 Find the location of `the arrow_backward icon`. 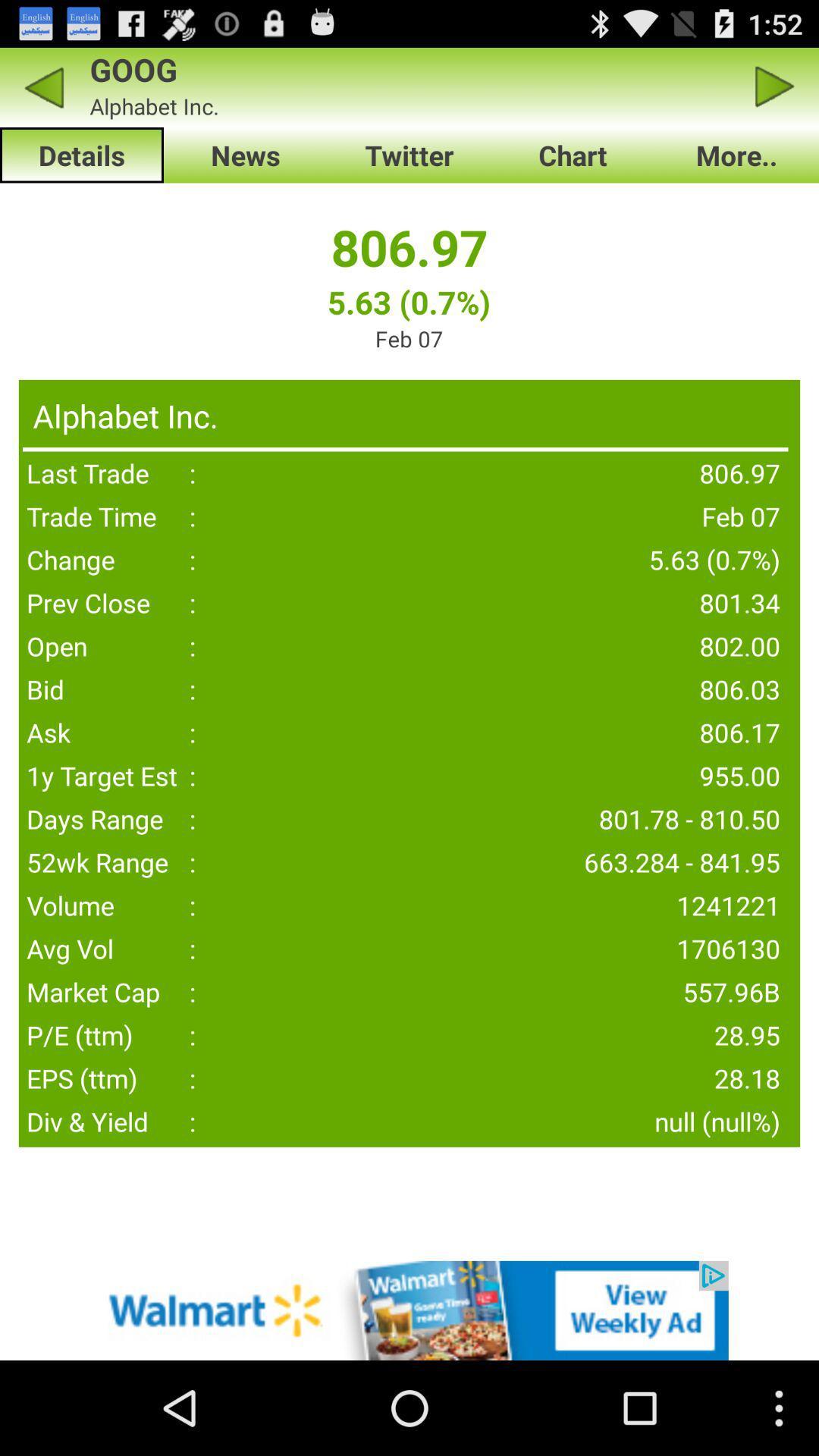

the arrow_backward icon is located at coordinates (42, 93).